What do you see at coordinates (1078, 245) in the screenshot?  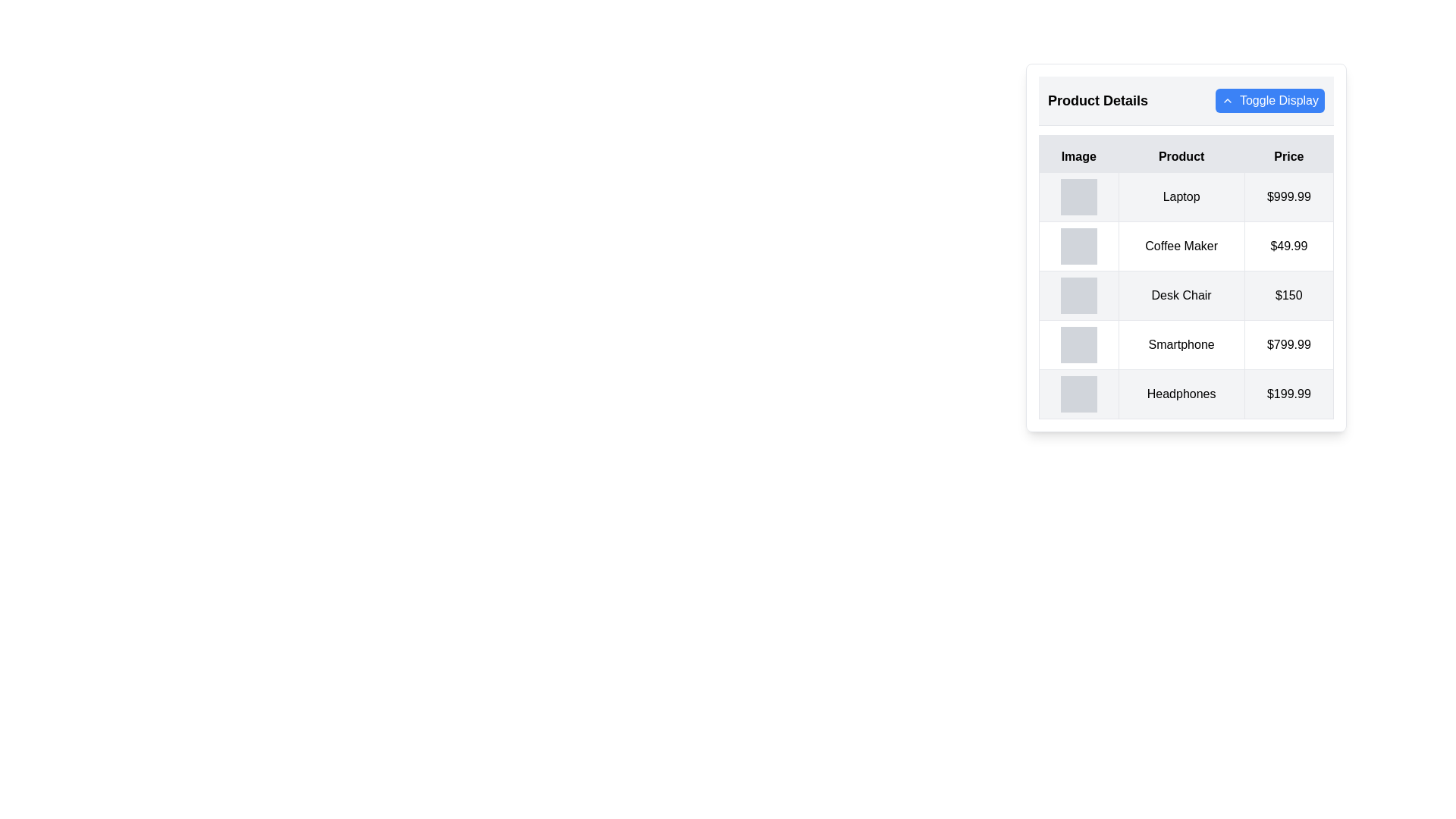 I see `the visual placeholder or image slot located in the second row and first column of the product details table for the 'Coffee Maker' product` at bounding box center [1078, 245].